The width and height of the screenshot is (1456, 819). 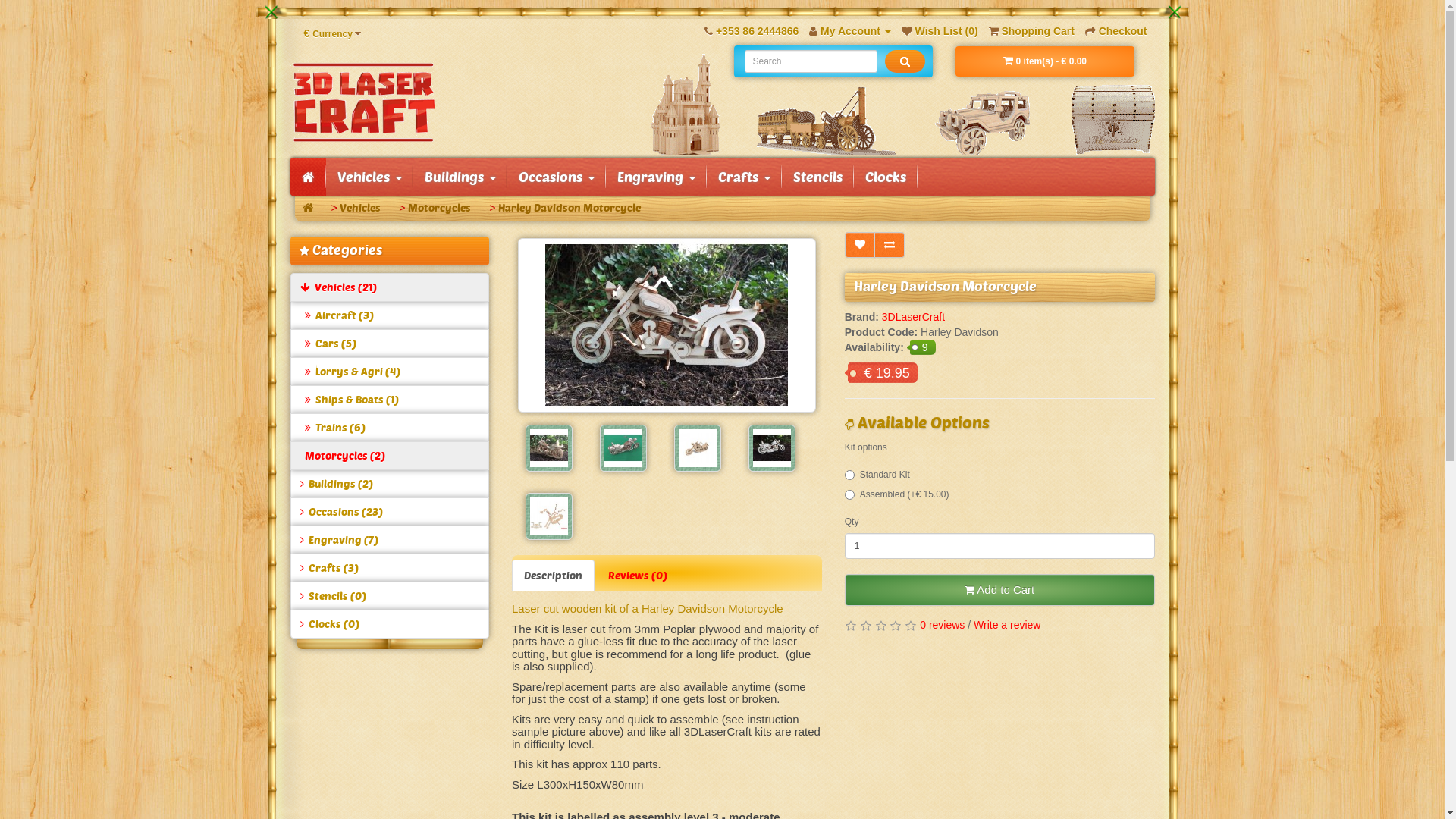 What do you see at coordinates (919, 625) in the screenshot?
I see `'0 reviews'` at bounding box center [919, 625].